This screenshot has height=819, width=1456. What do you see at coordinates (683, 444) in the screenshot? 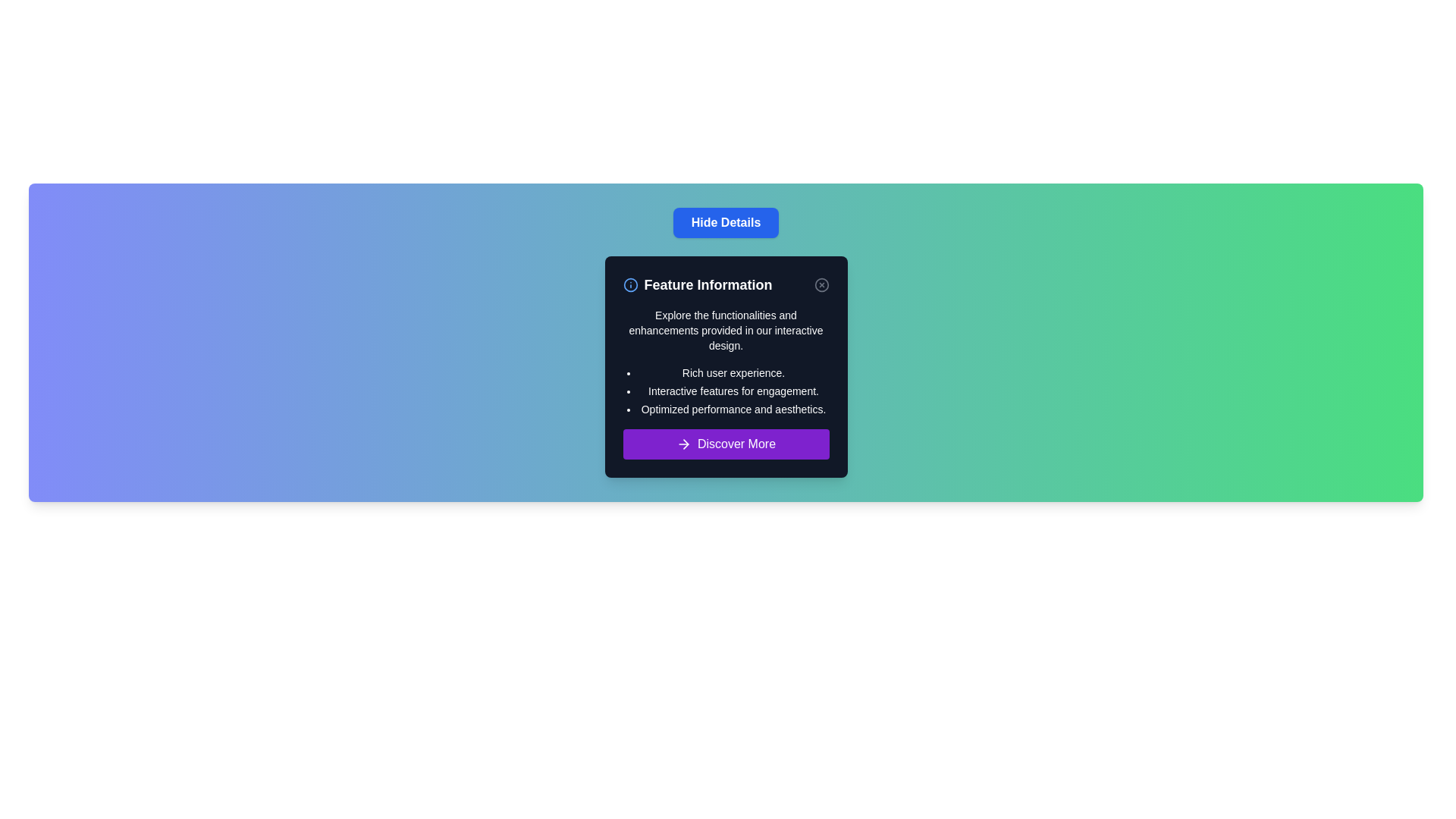
I see `the navigation icon located on the left side of the 'Discover More' button, which suggests direction or progress to the user` at bounding box center [683, 444].